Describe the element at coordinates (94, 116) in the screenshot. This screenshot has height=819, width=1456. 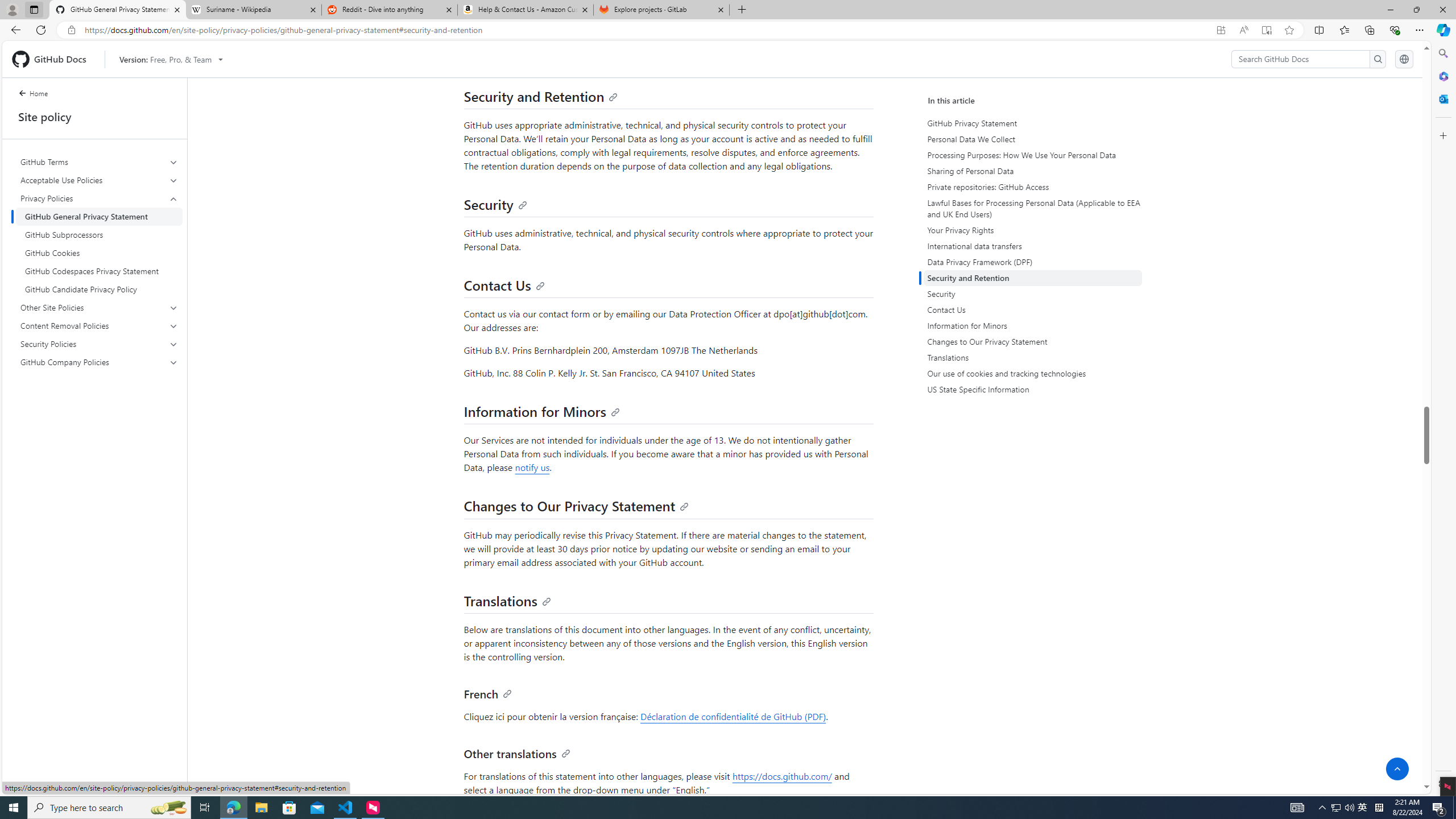
I see `'Site policy'` at that location.